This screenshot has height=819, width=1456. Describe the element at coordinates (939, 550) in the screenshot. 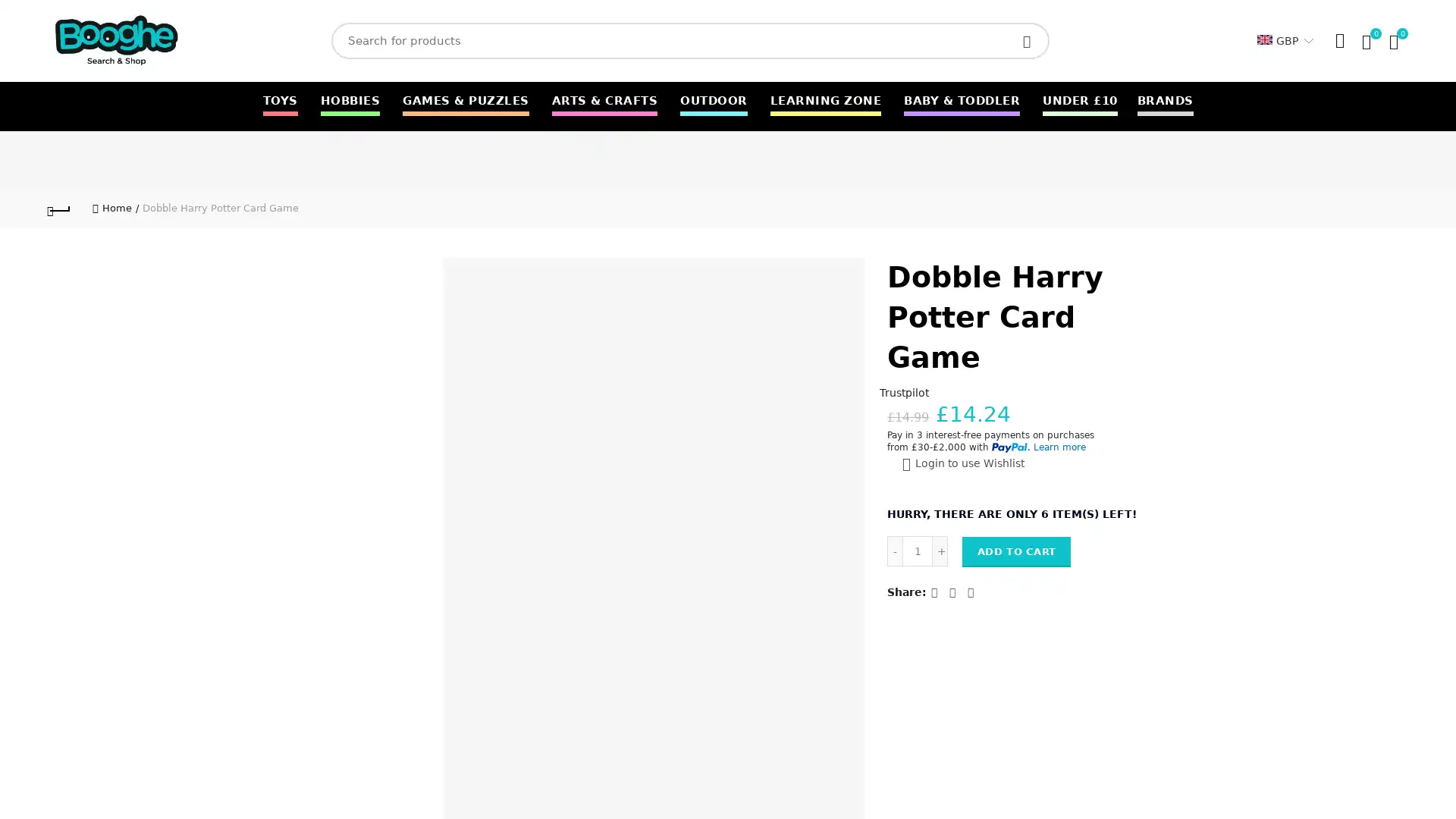

I see `+` at that location.